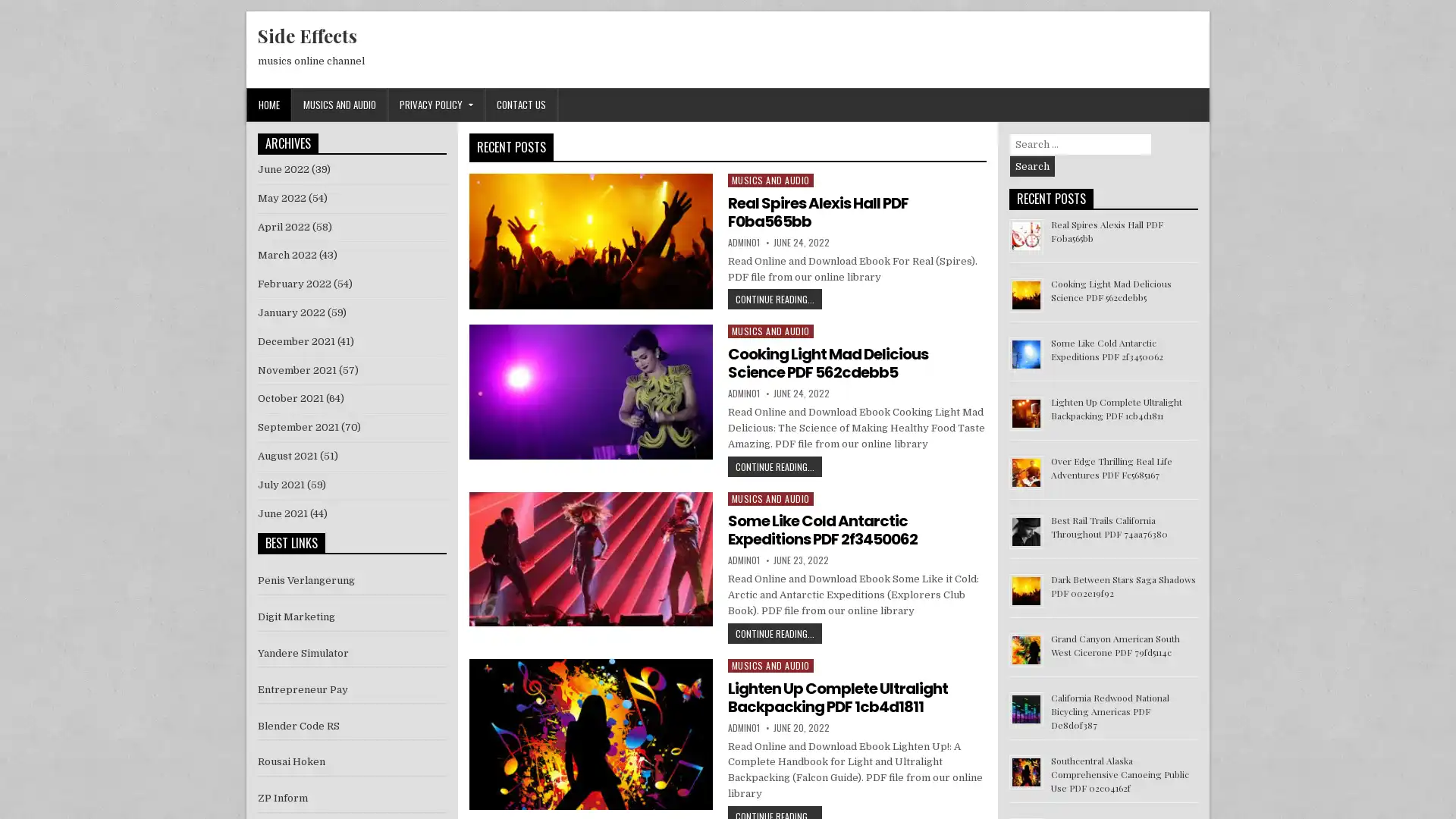  I want to click on Search, so click(1031, 166).